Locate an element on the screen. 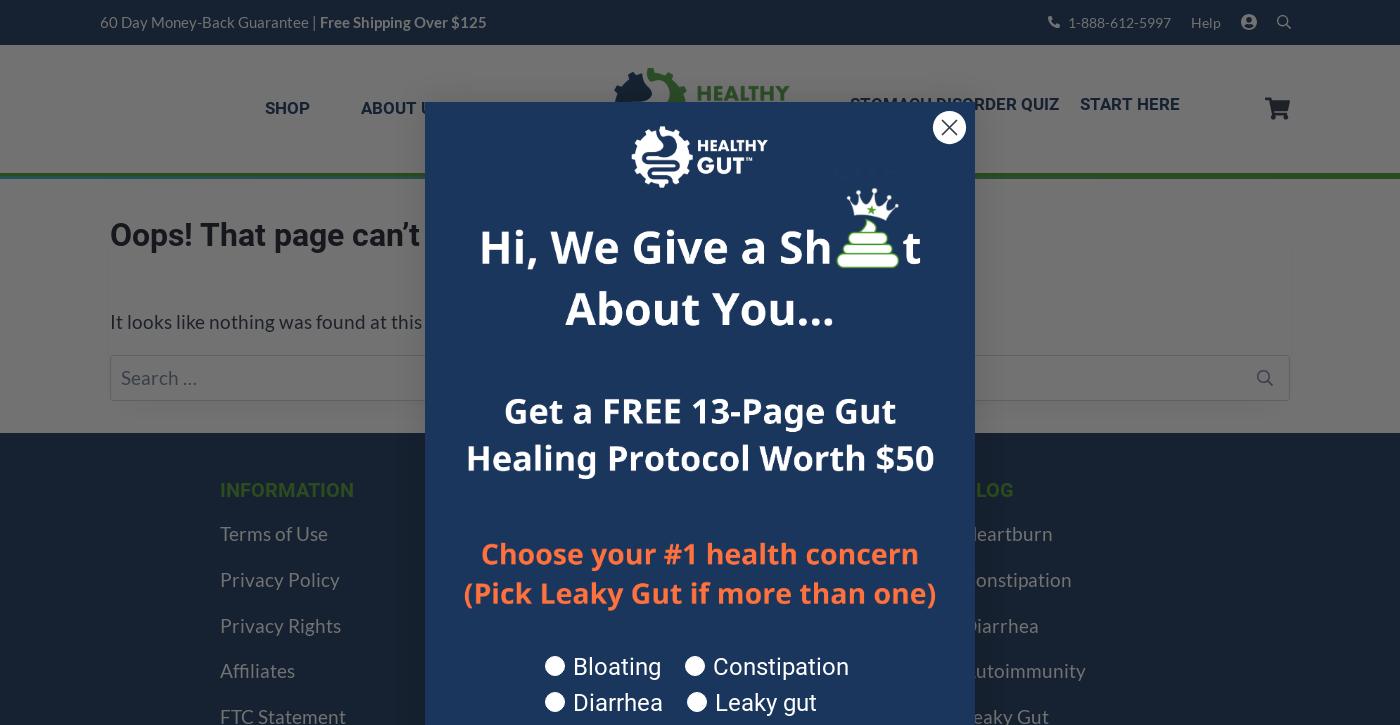 Image resolution: width=1400 pixels, height=725 pixels. 'Diarrhea' is located at coordinates (1000, 623).